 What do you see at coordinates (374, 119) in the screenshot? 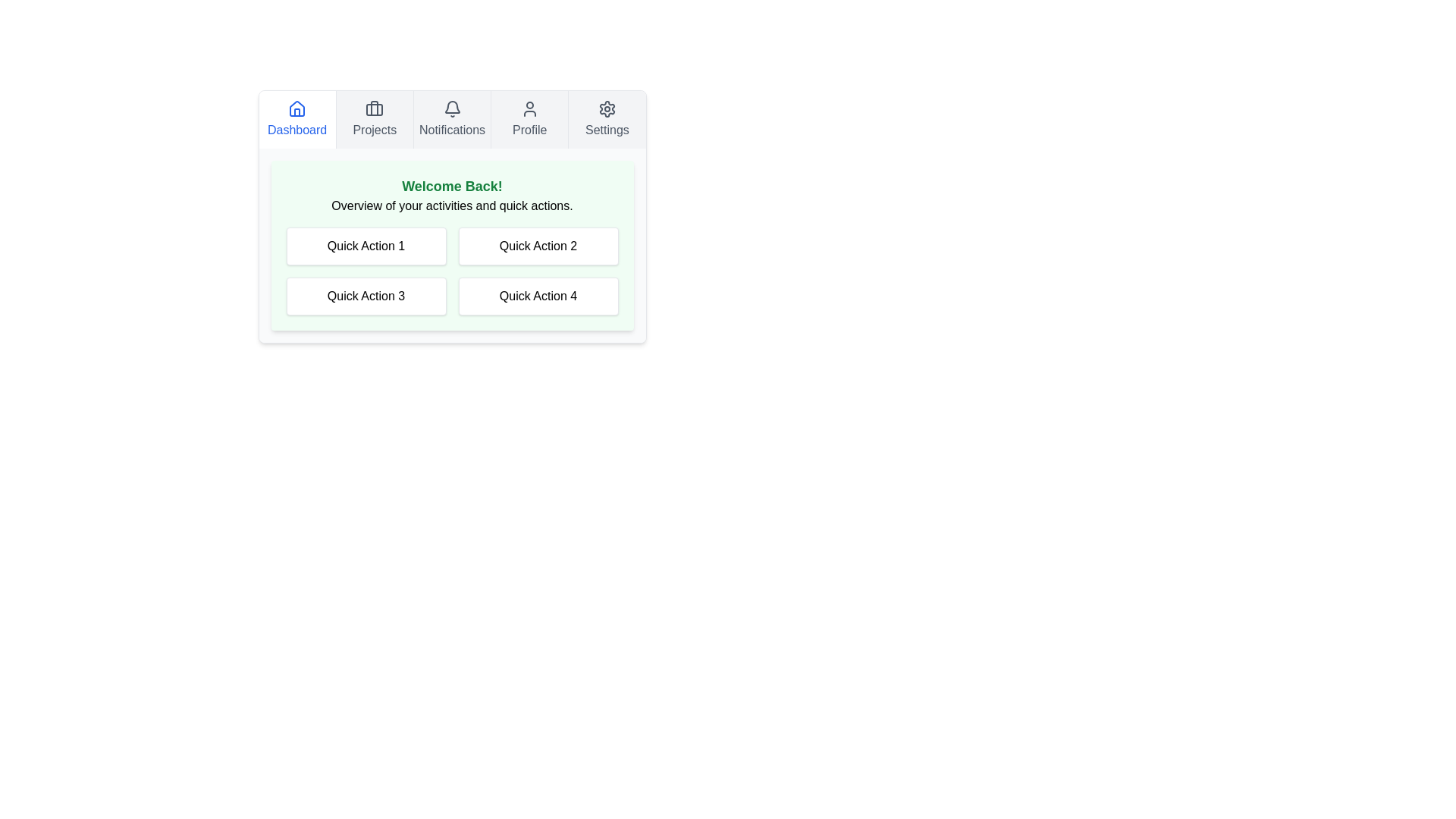
I see `the navigation button that redirects to the 'Projects' section, located in the second position from the left in the horizontal navigation bar` at bounding box center [374, 119].